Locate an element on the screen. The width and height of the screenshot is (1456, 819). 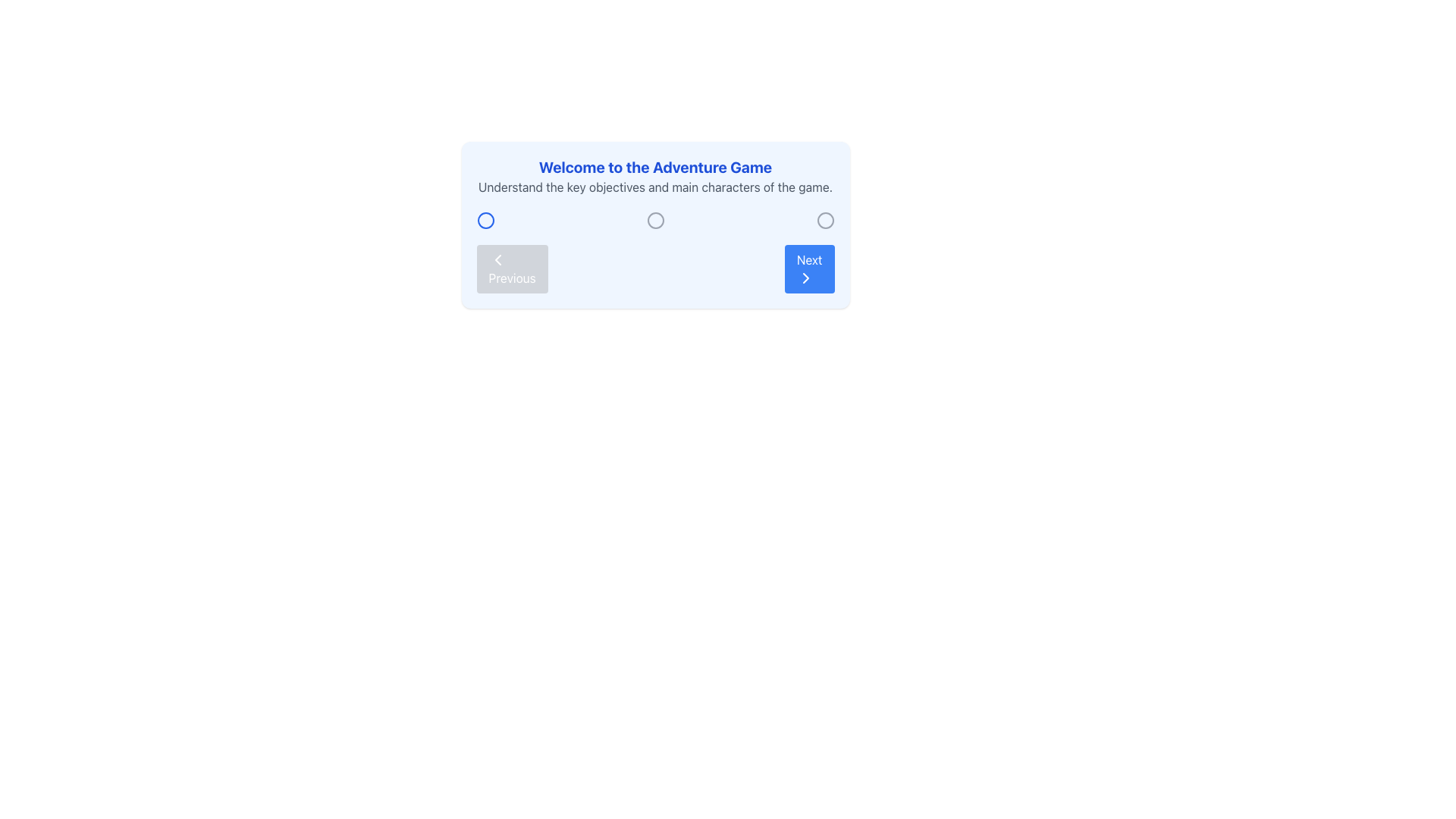
the central radio button is located at coordinates (655, 220).